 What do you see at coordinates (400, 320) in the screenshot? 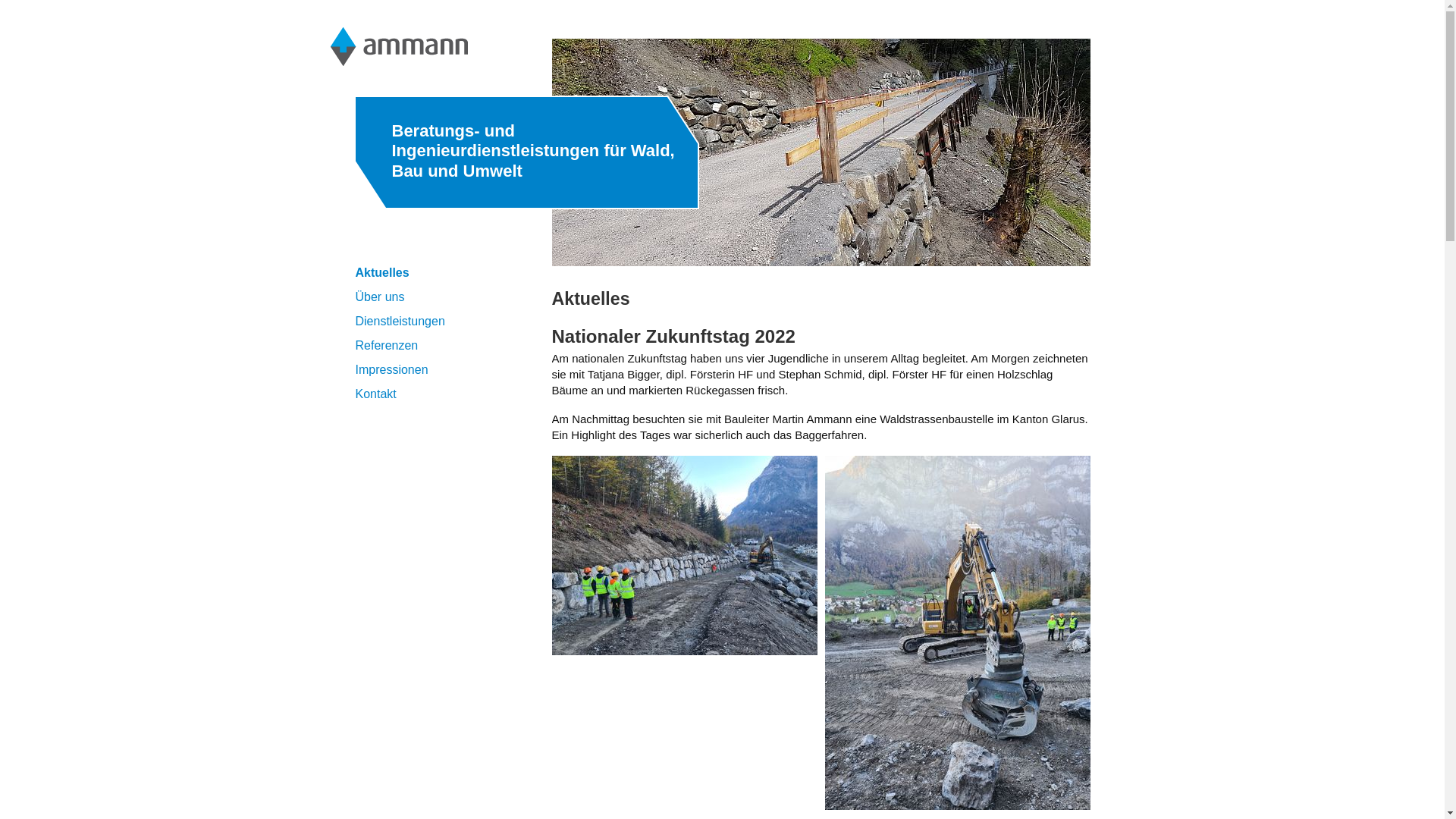
I see `'Dienstleistungen'` at bounding box center [400, 320].